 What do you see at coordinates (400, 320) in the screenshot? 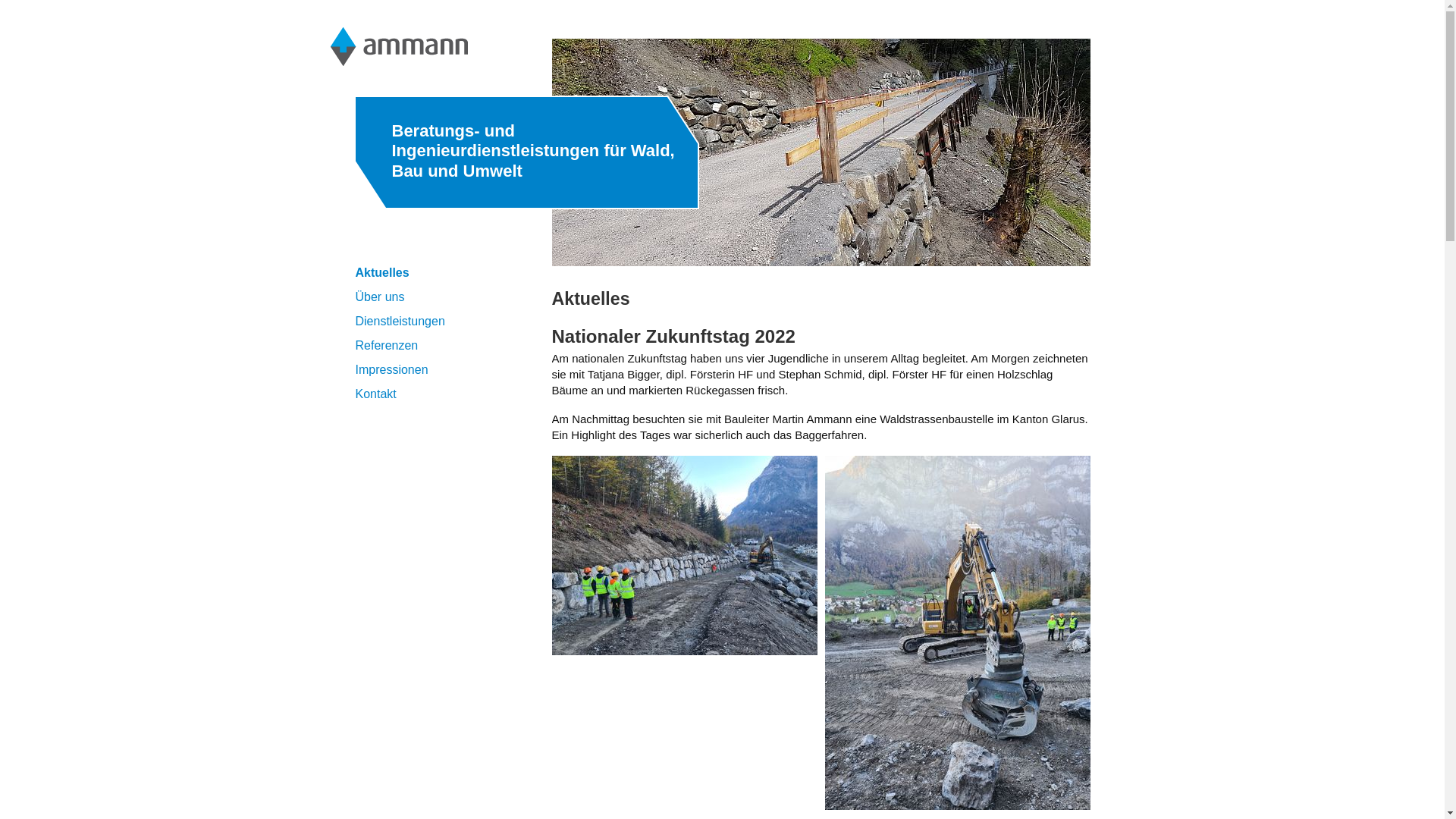
I see `'Dienstleistungen'` at bounding box center [400, 320].